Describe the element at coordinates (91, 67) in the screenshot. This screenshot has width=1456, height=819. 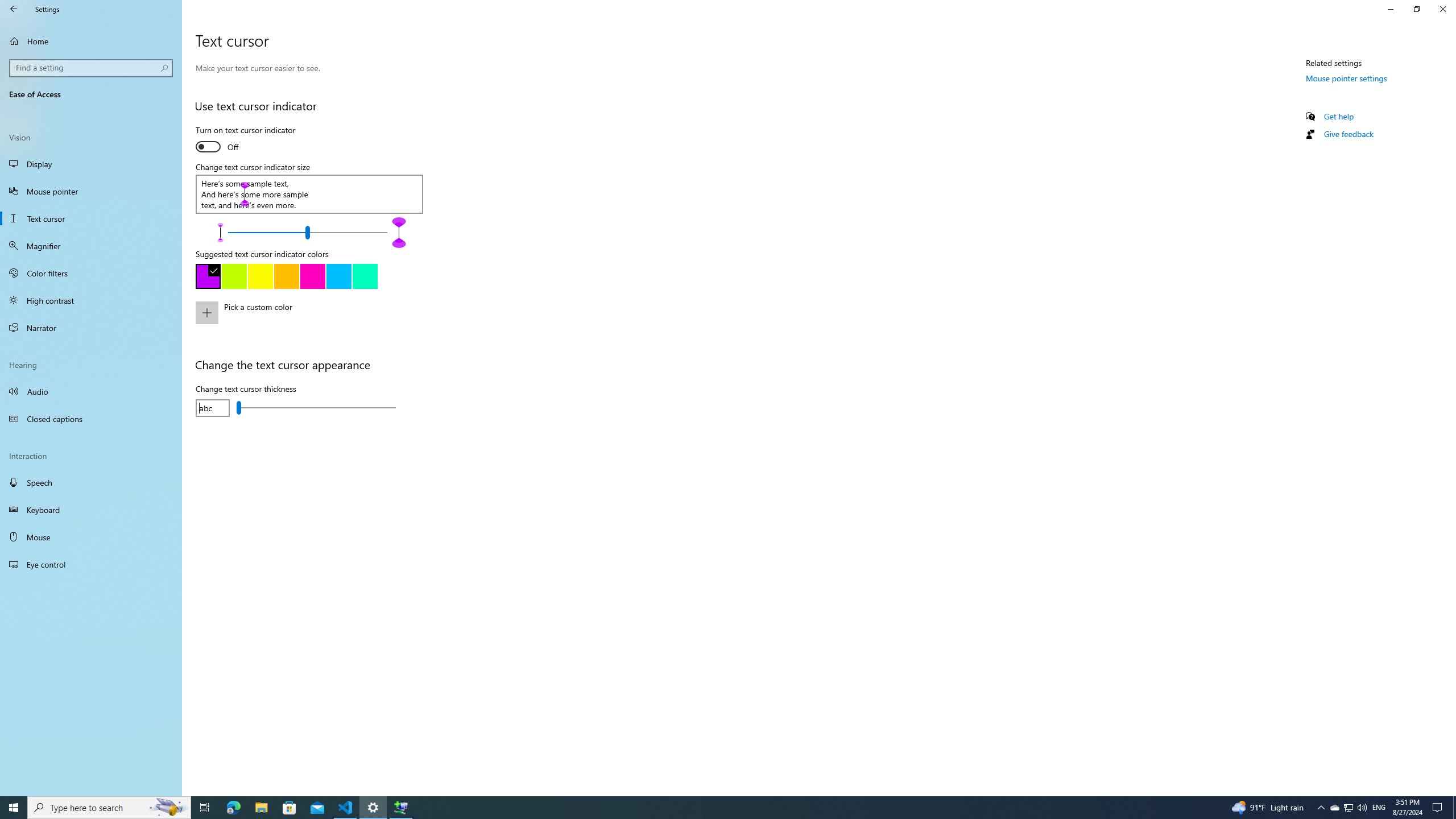
I see `'Search box, Find a setting'` at that location.